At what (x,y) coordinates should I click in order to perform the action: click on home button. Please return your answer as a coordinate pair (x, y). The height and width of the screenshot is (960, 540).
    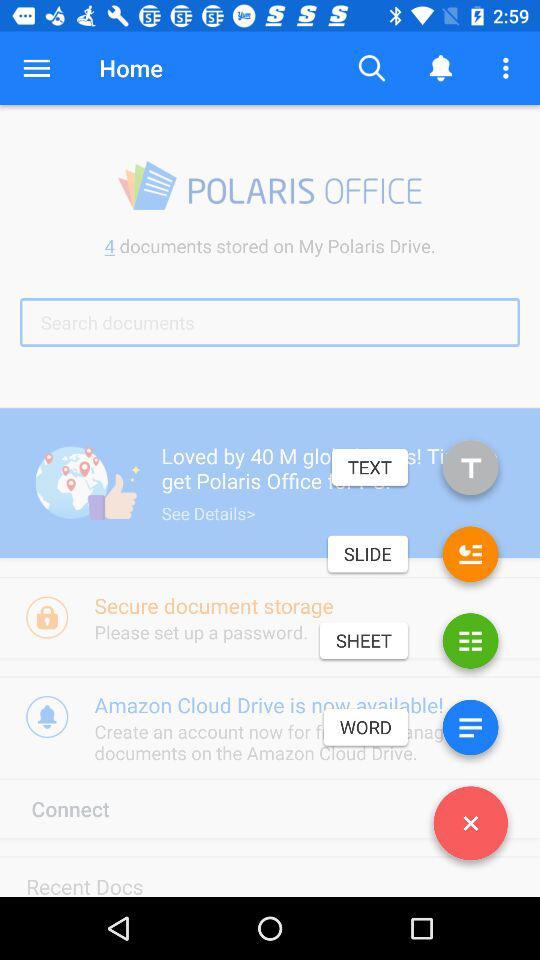
    Looking at the image, I should click on (131, 68).